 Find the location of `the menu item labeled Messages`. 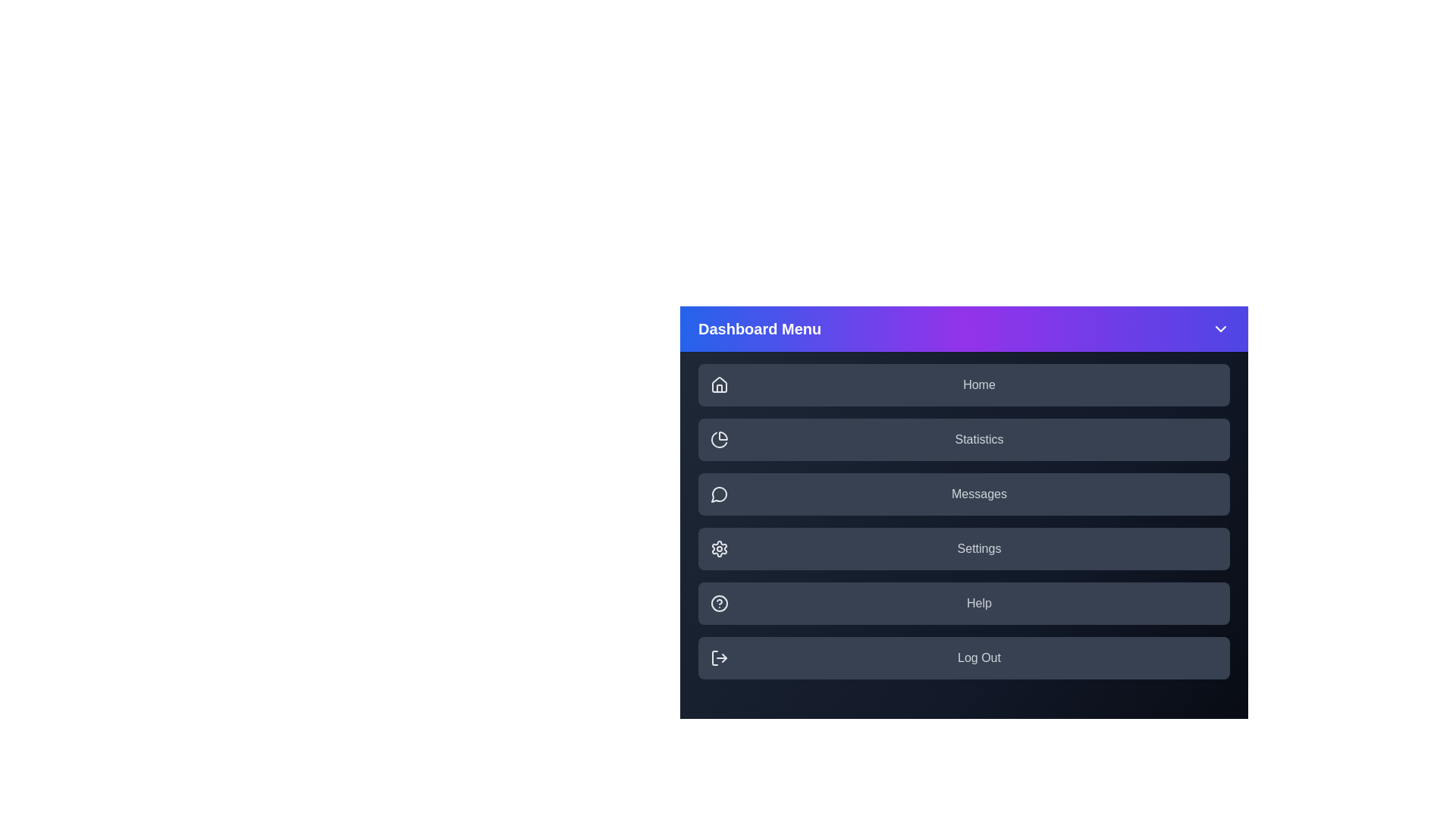

the menu item labeled Messages is located at coordinates (963, 494).